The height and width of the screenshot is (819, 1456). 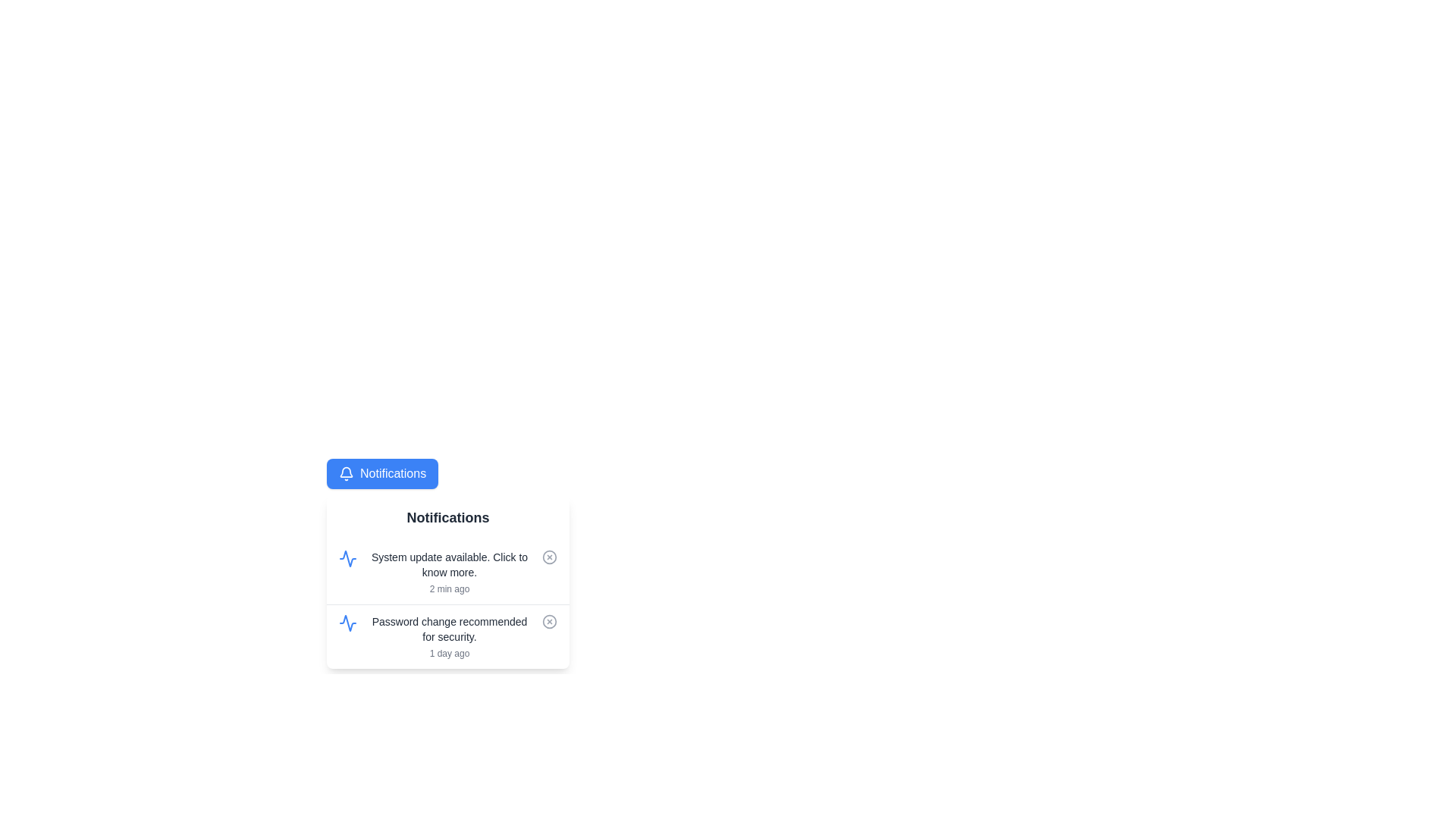 I want to click on the 'Notifications' button to toggle the visibility of the dropdown menu, so click(x=382, y=472).